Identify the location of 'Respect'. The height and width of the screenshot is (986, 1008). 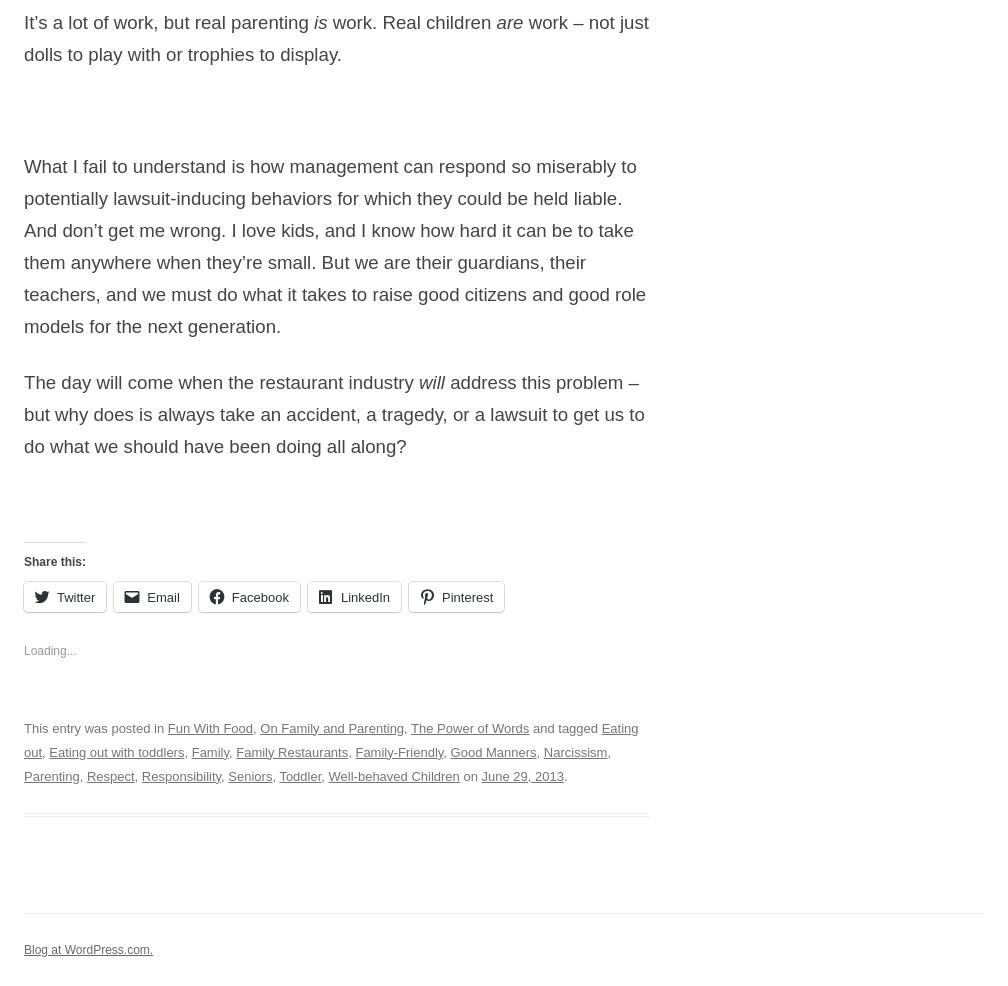
(109, 775).